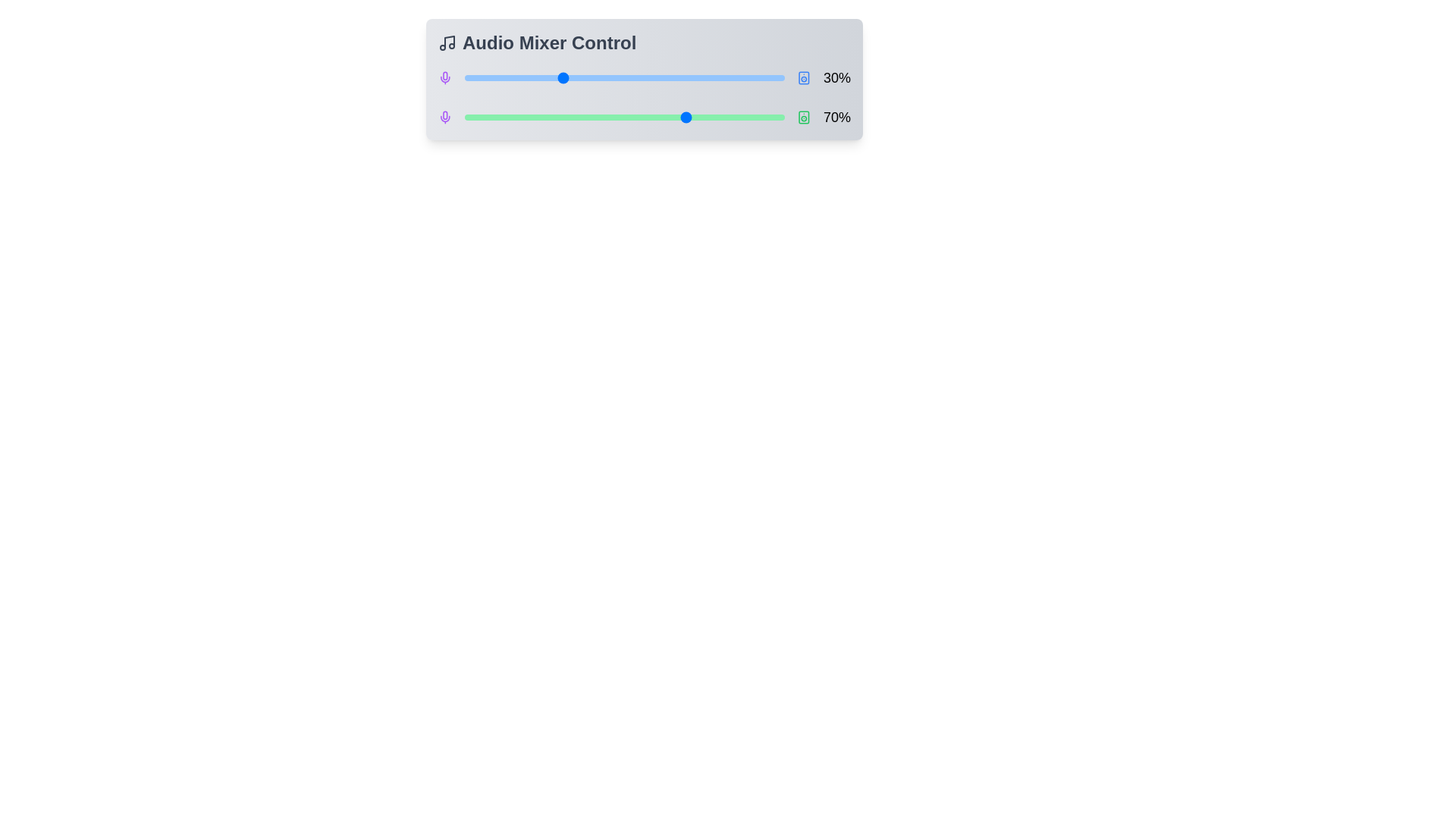 Image resolution: width=1456 pixels, height=819 pixels. What do you see at coordinates (444, 78) in the screenshot?
I see `the microphone icon, which serves as an audio control identifier and is positioned as the first icon on the left of a horizontal layout row, next to the blue slider bar marked at 30%` at bounding box center [444, 78].